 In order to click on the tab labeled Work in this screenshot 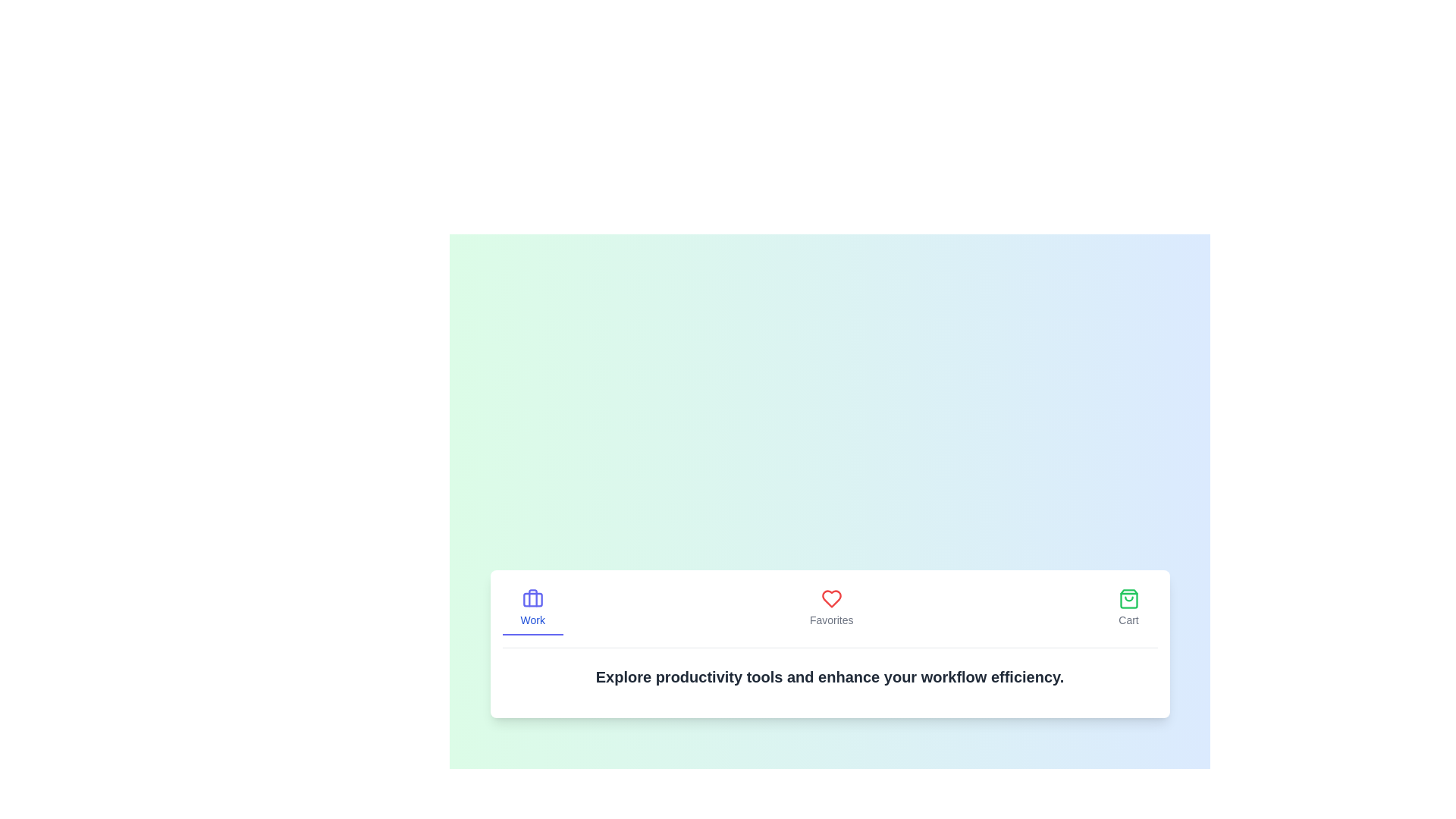, I will do `click(532, 607)`.